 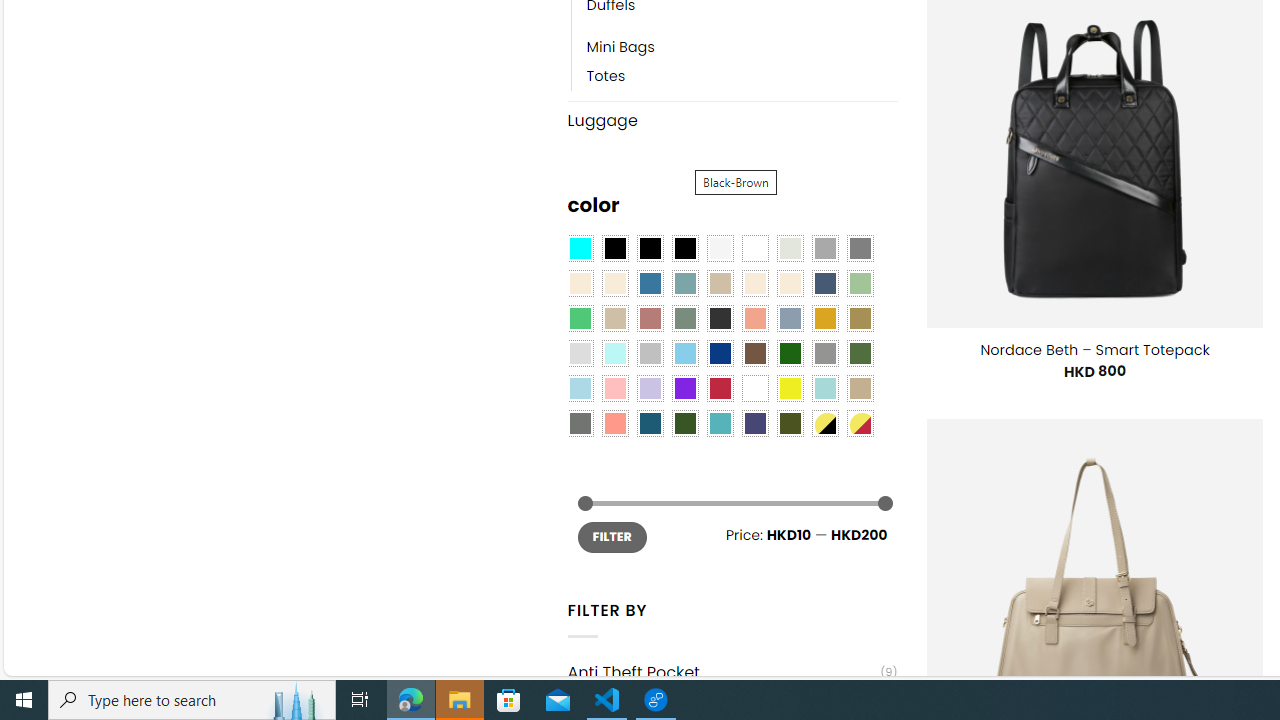 I want to click on 'FILTER', so click(x=611, y=536).